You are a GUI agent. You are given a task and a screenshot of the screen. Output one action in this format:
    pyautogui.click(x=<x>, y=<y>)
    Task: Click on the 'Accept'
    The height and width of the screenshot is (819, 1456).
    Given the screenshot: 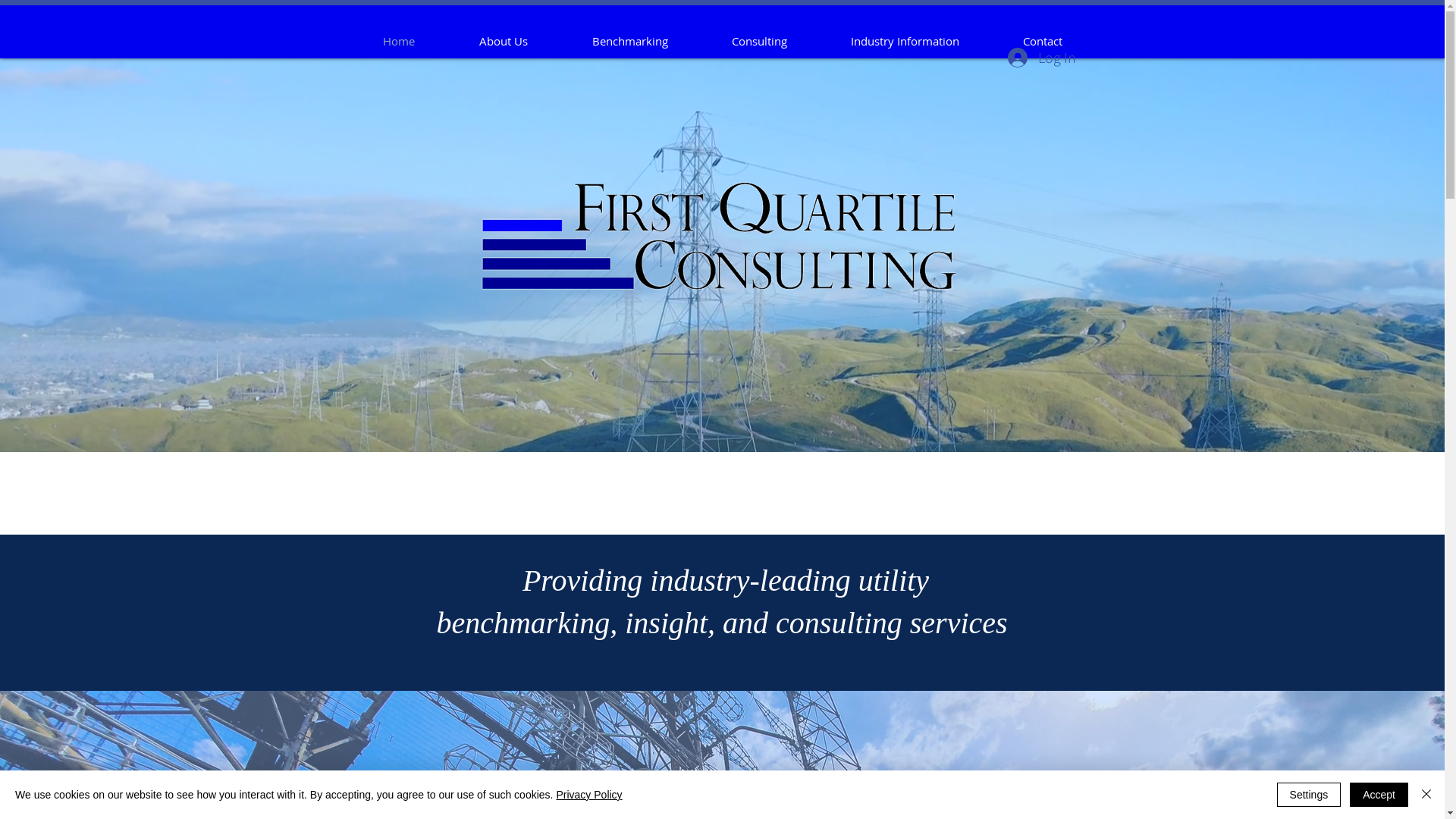 What is the action you would take?
    pyautogui.click(x=1379, y=794)
    